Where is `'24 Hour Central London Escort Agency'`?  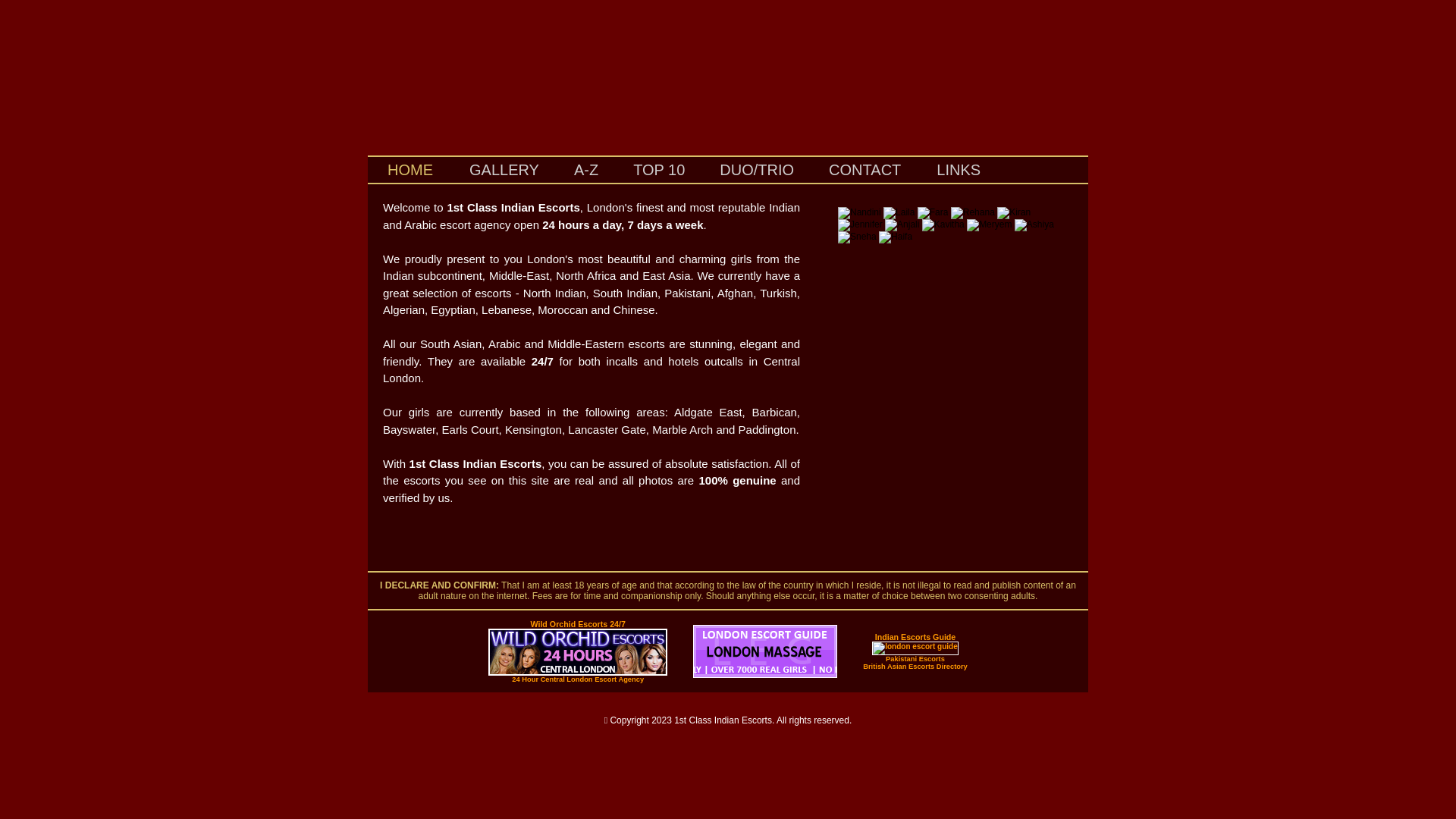 '24 Hour Central London Escort Agency' is located at coordinates (577, 678).